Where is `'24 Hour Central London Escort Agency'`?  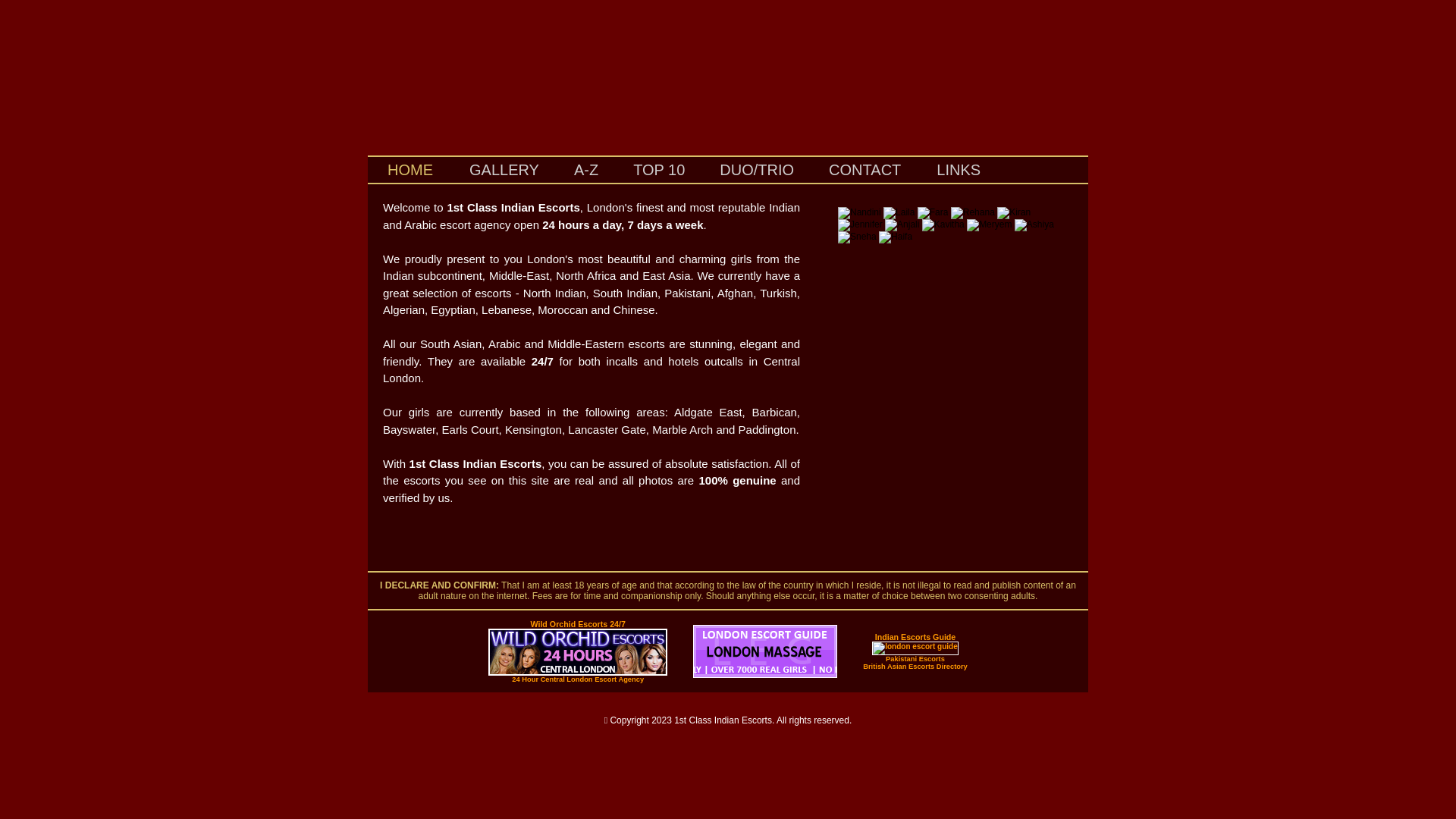 '24 Hour Central London Escort Agency' is located at coordinates (577, 678).